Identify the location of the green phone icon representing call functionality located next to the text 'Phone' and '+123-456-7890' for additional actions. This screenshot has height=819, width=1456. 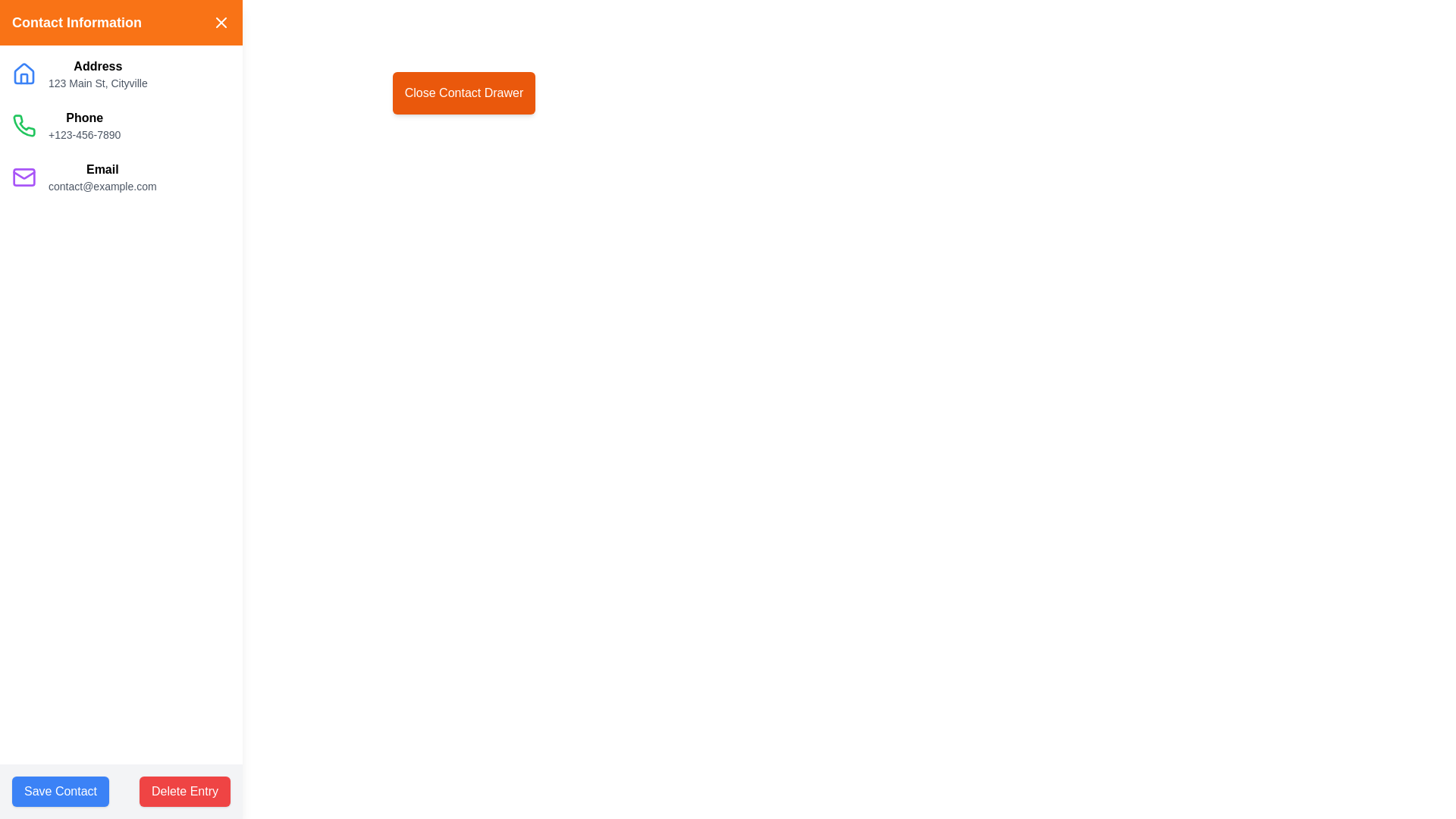
(24, 124).